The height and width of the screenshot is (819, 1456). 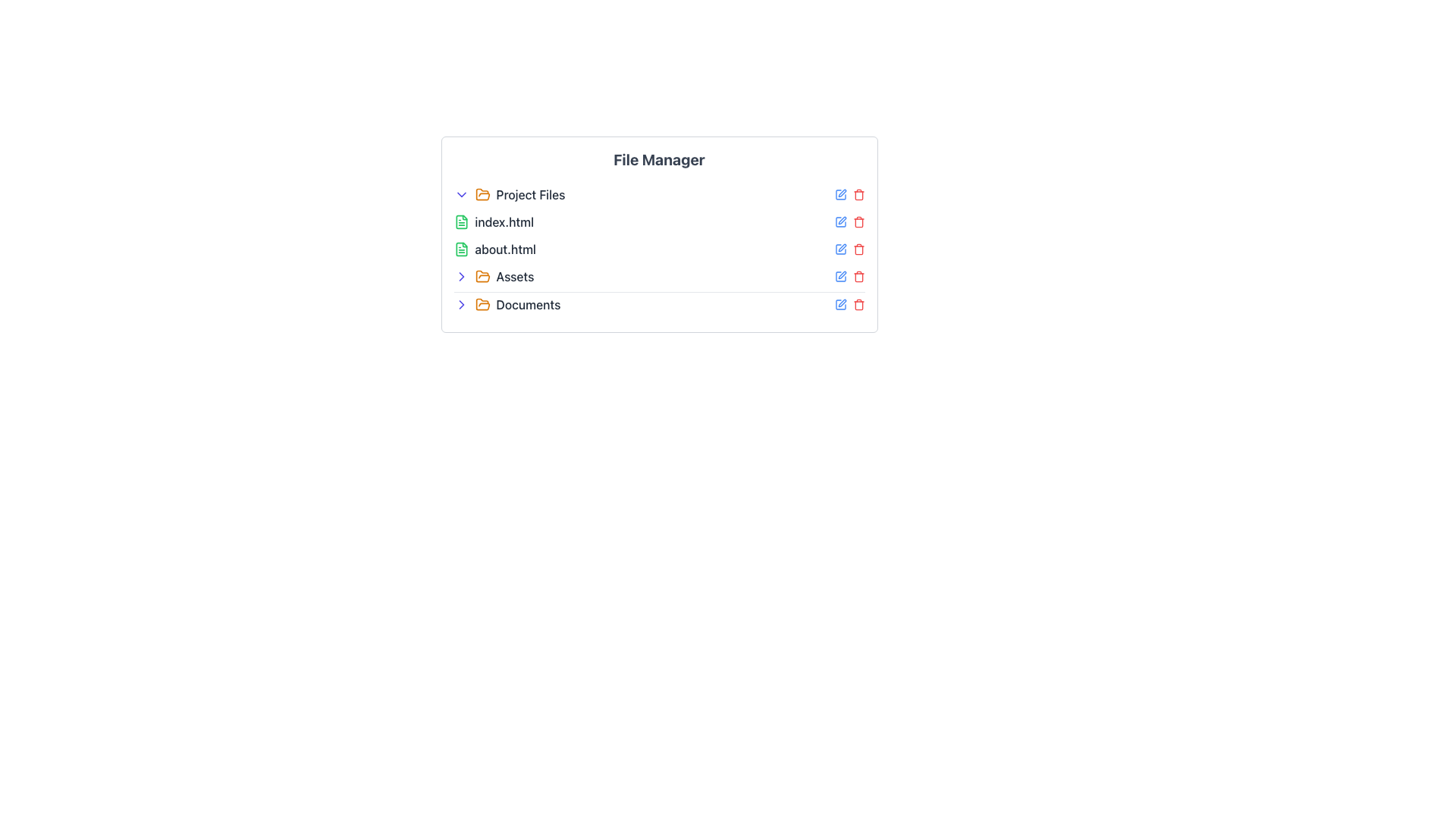 I want to click on the 'Project Files' label, which is styled in medium font weight and gray color, so click(x=530, y=194).